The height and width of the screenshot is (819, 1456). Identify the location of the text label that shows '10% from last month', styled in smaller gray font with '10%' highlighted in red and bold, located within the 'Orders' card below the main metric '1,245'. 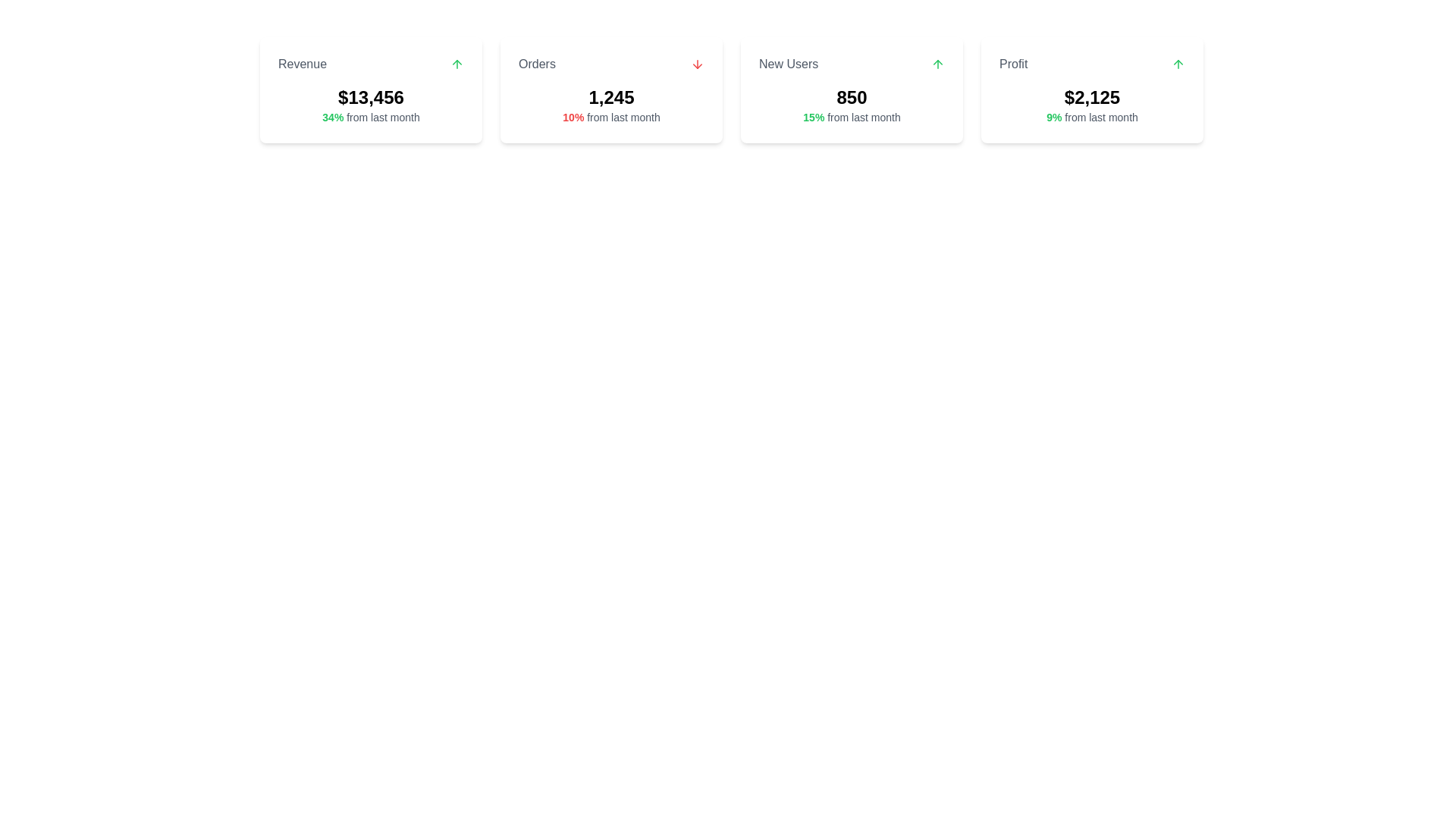
(611, 116).